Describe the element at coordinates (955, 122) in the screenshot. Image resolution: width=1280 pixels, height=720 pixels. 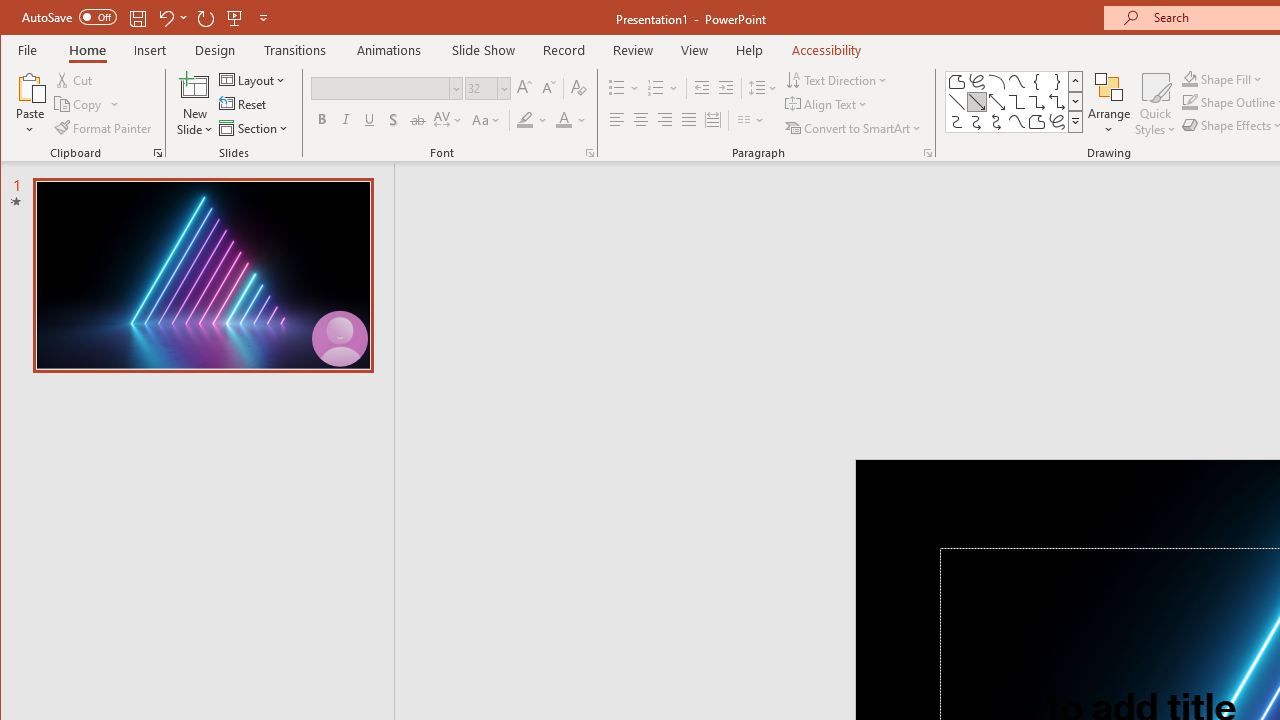
I see `'Connector: Curved'` at that location.